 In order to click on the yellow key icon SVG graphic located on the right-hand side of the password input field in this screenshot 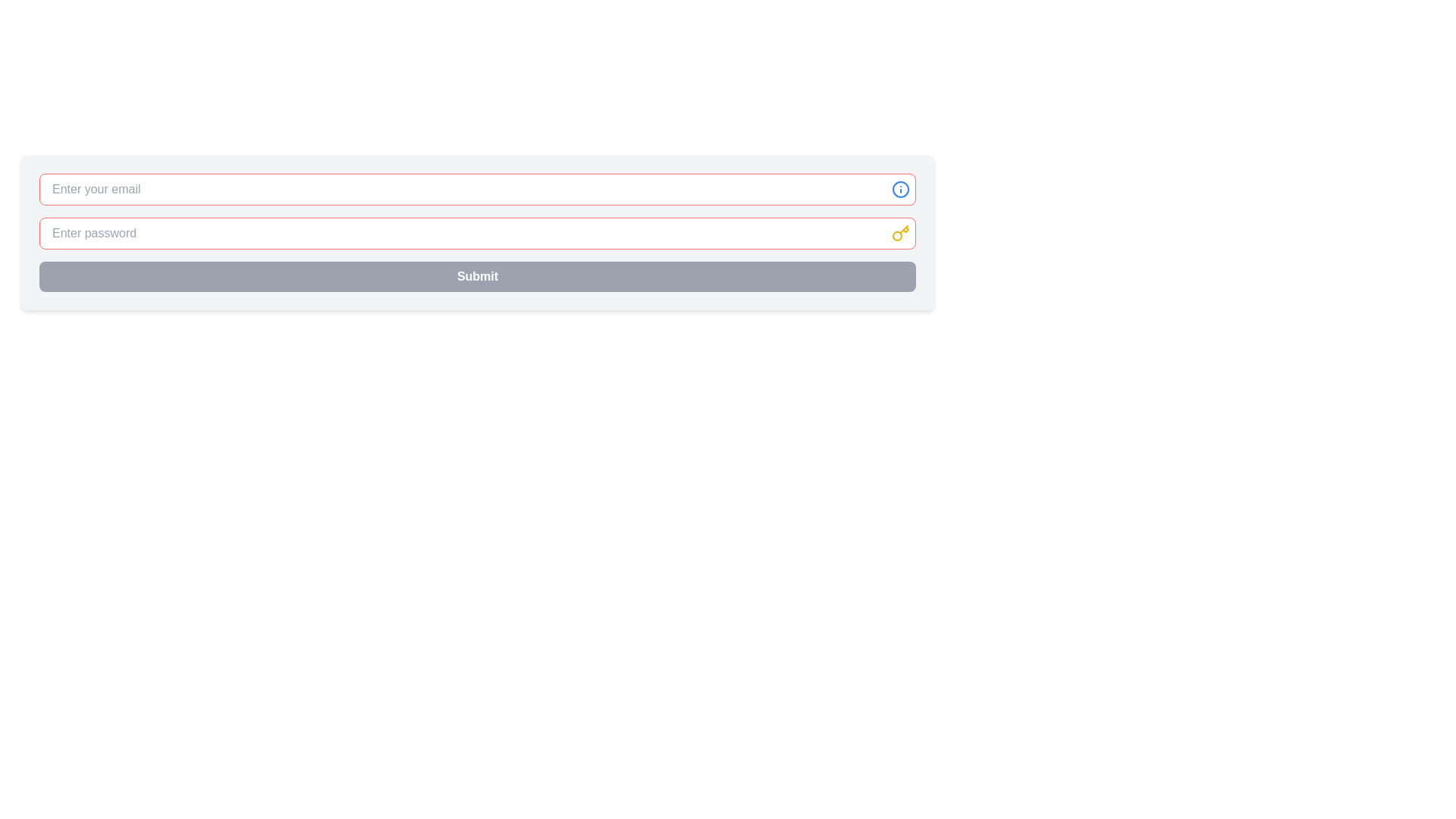, I will do `click(901, 234)`.